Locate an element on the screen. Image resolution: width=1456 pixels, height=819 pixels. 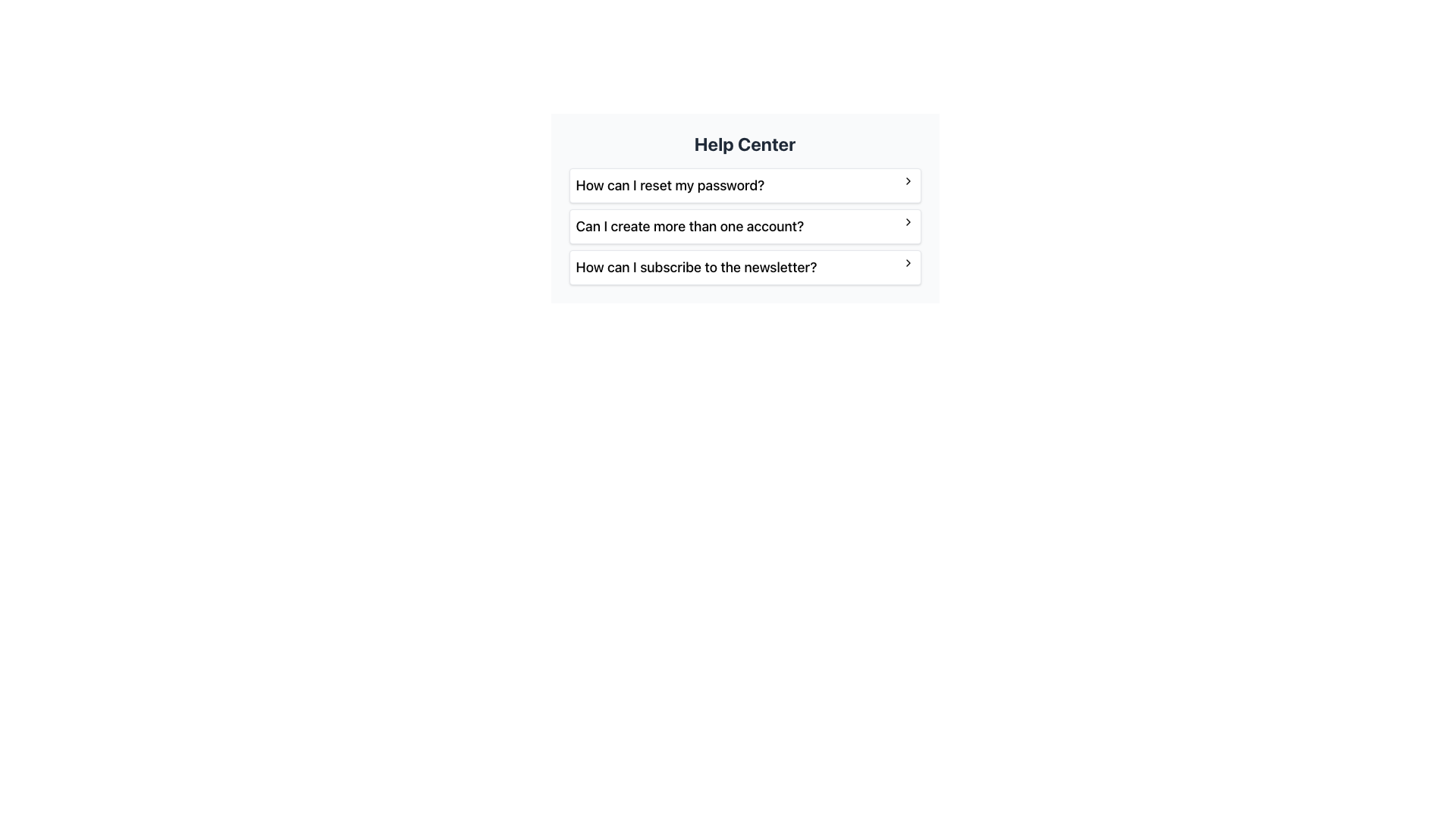
the small downward-pointing chevron icon that appears as a leftward-pointing arrow, located to the far right of the text 'Can I create more than one account?', which is the last element in the row is located at coordinates (908, 222).